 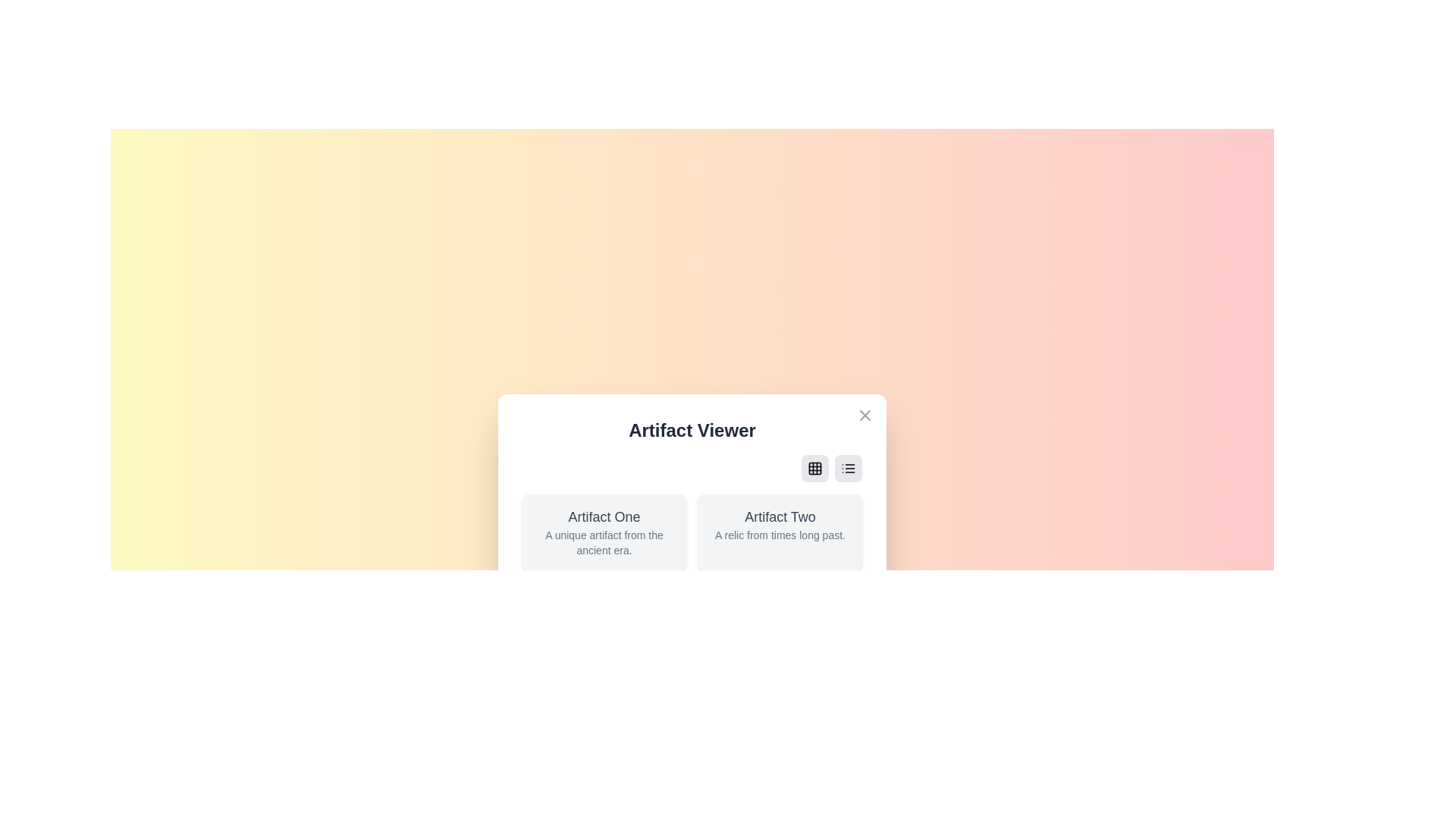 I want to click on button with the list icon to switch the view to list layout, so click(x=847, y=467).